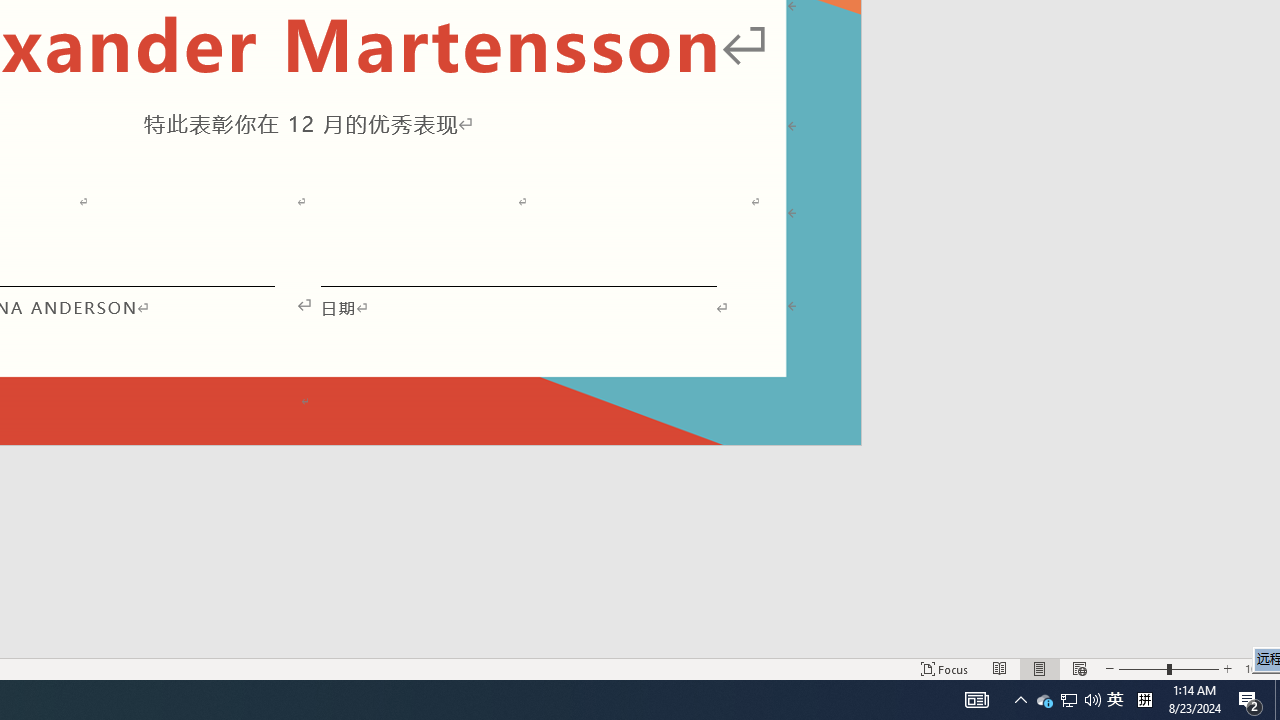 This screenshot has height=720, width=1280. Describe the element at coordinates (1067, 698) in the screenshot. I see `'Q2790: 100%'` at that location.